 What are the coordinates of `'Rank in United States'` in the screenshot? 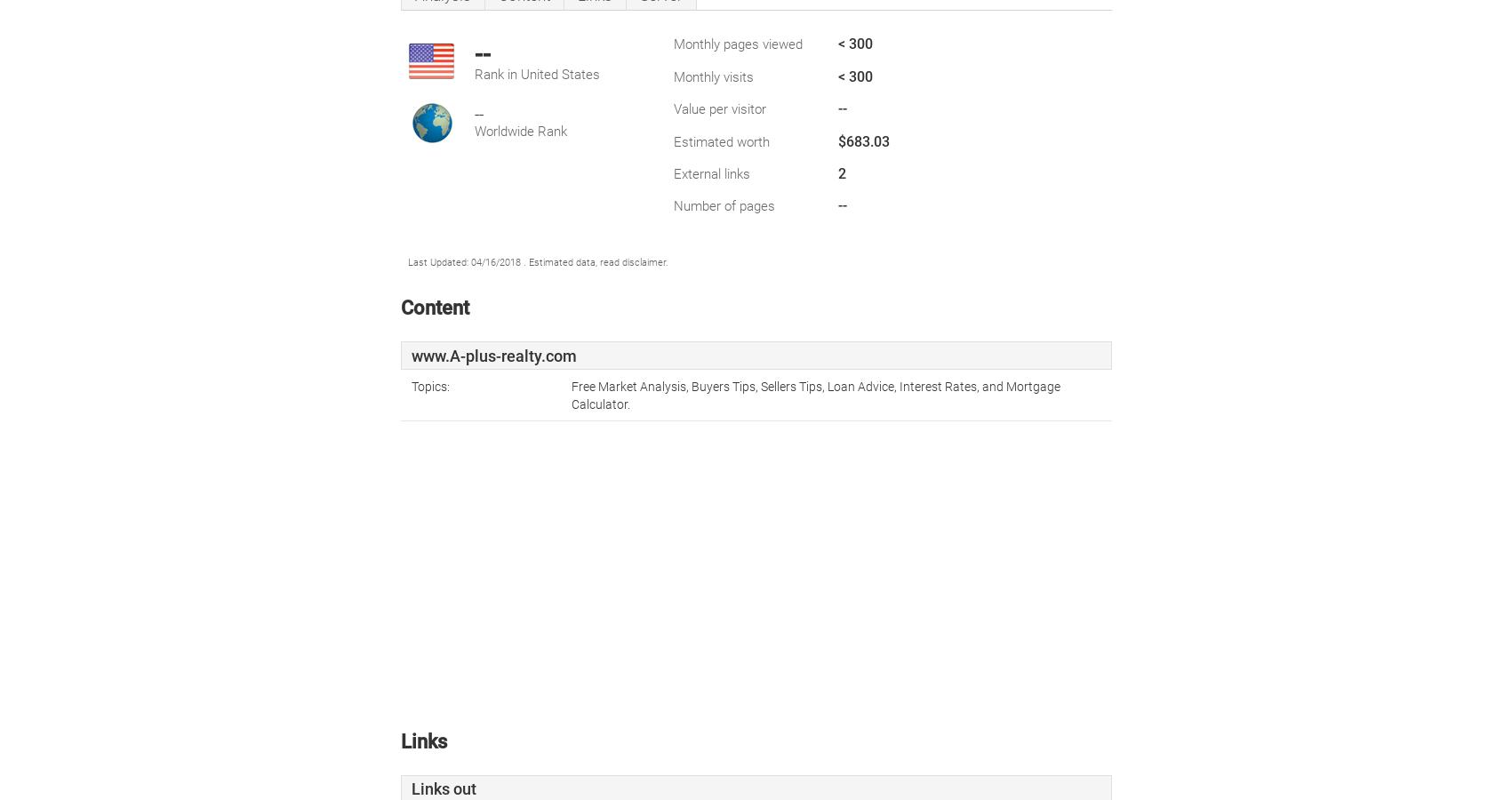 It's located at (536, 72).